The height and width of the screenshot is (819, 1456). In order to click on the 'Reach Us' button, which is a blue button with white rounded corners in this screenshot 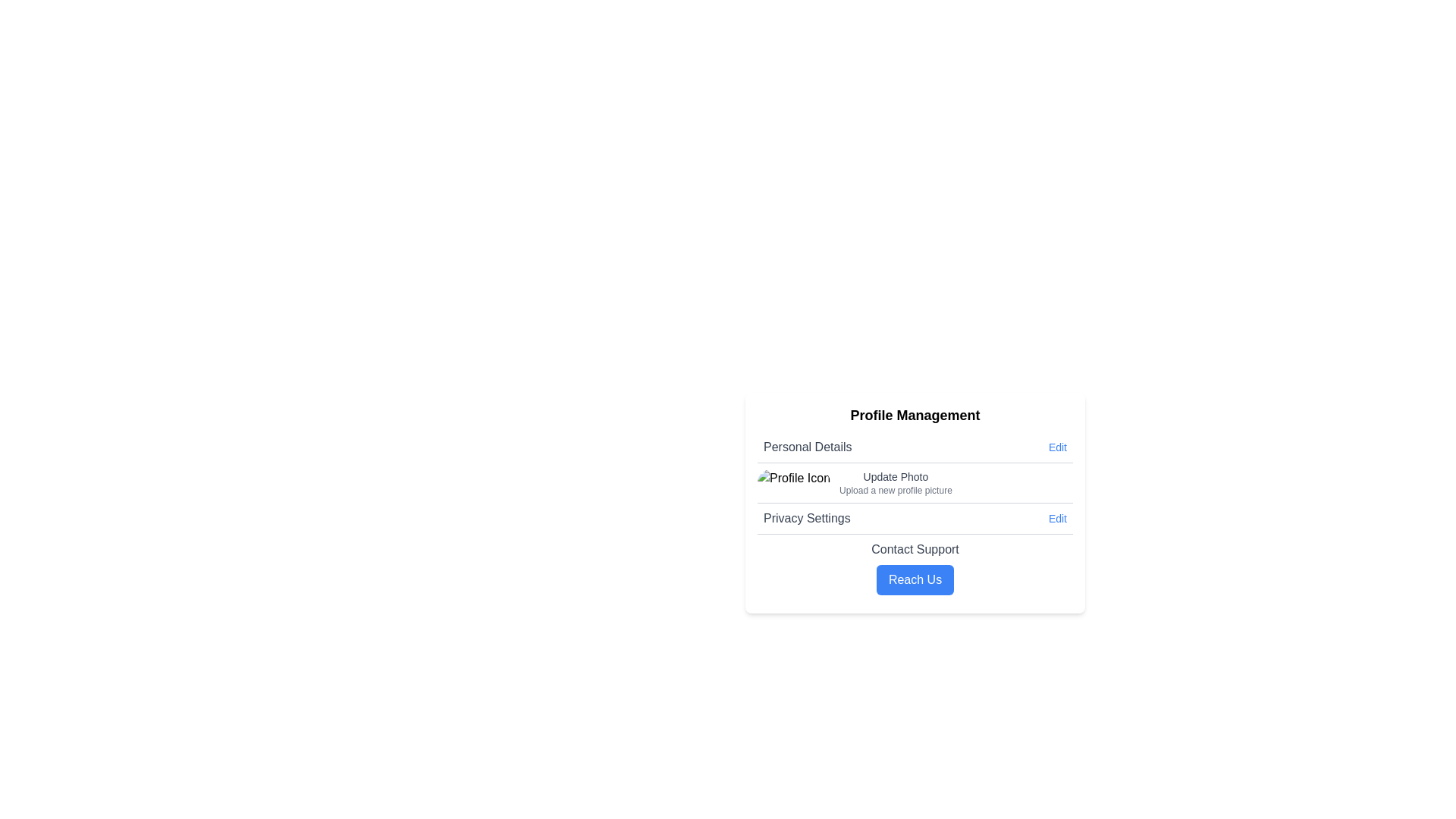, I will do `click(914, 579)`.